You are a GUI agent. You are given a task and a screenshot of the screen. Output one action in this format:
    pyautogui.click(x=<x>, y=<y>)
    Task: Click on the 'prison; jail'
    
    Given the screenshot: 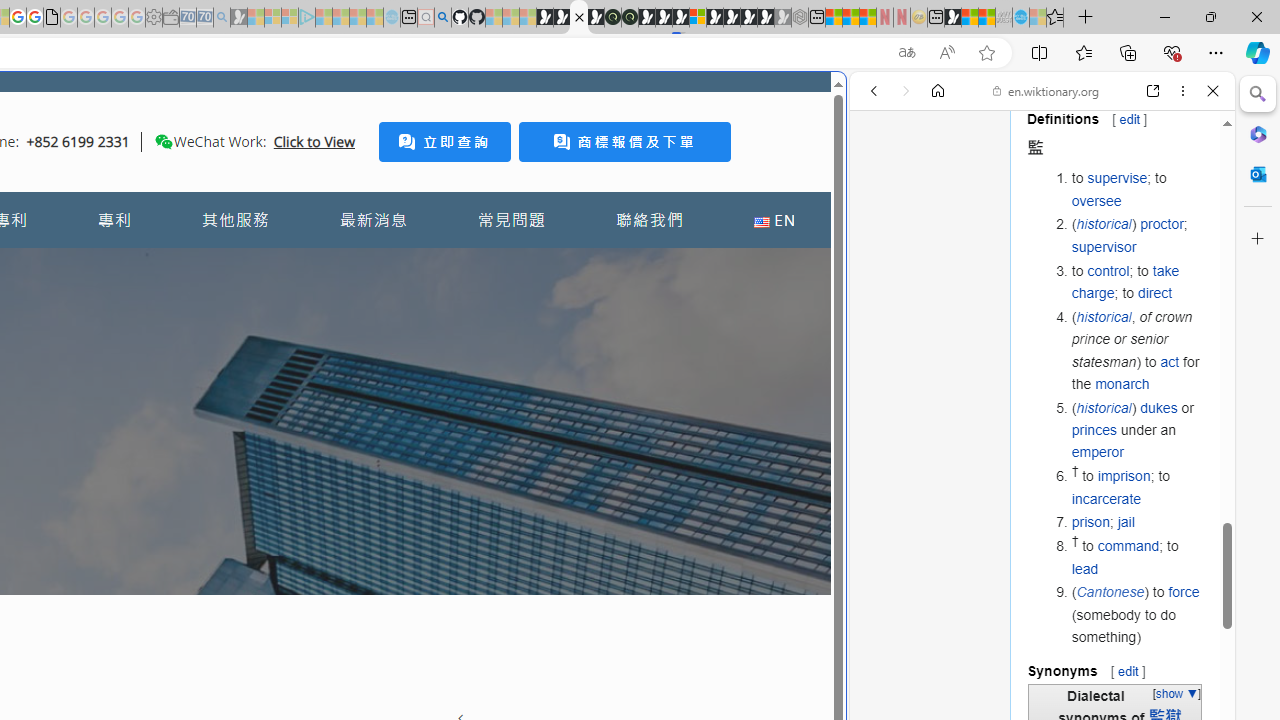 What is the action you would take?
    pyautogui.click(x=1137, y=521)
    